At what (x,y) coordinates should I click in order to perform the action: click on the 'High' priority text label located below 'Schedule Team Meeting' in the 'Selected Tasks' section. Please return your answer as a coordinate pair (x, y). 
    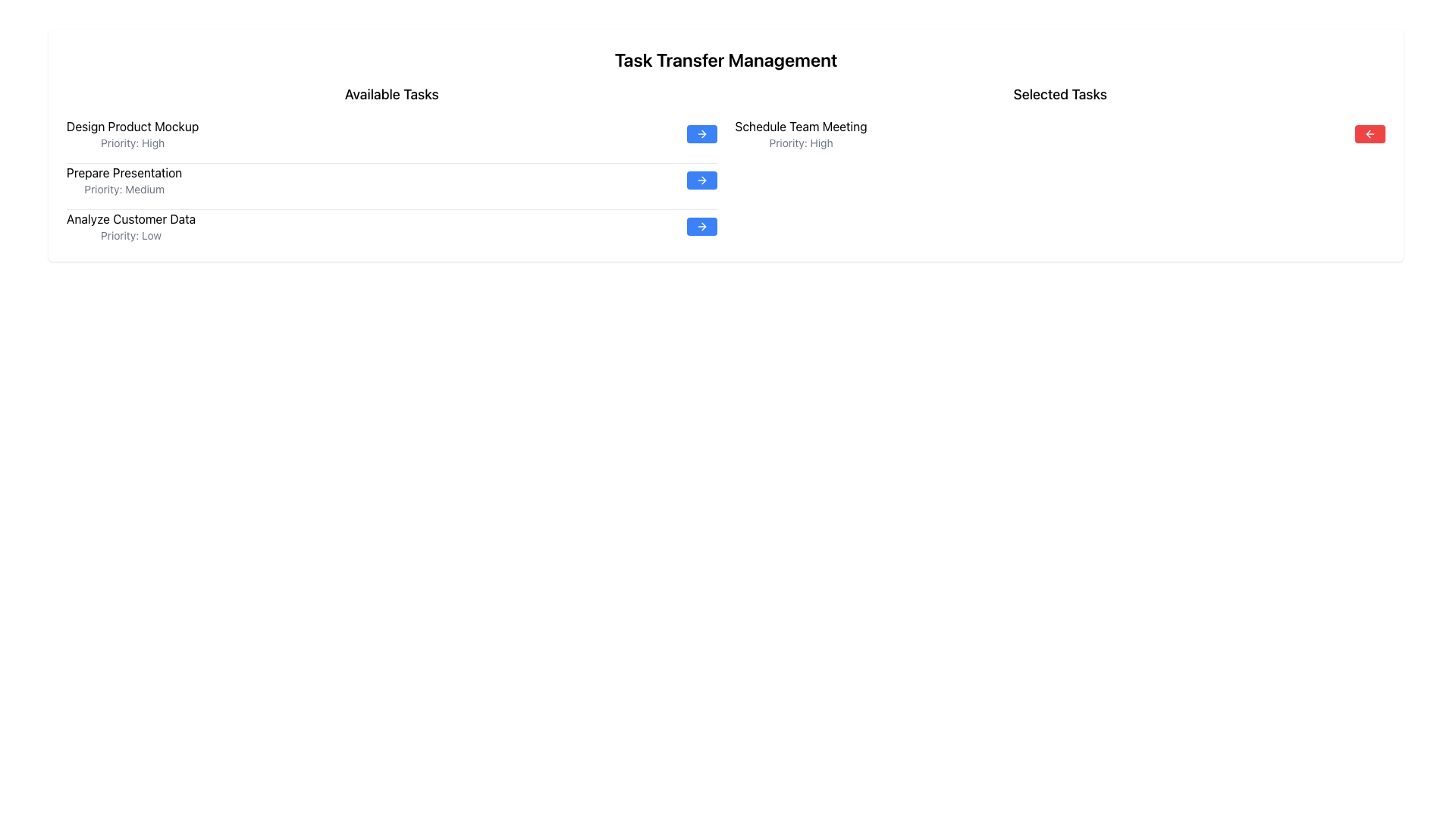
    Looking at the image, I should click on (800, 143).